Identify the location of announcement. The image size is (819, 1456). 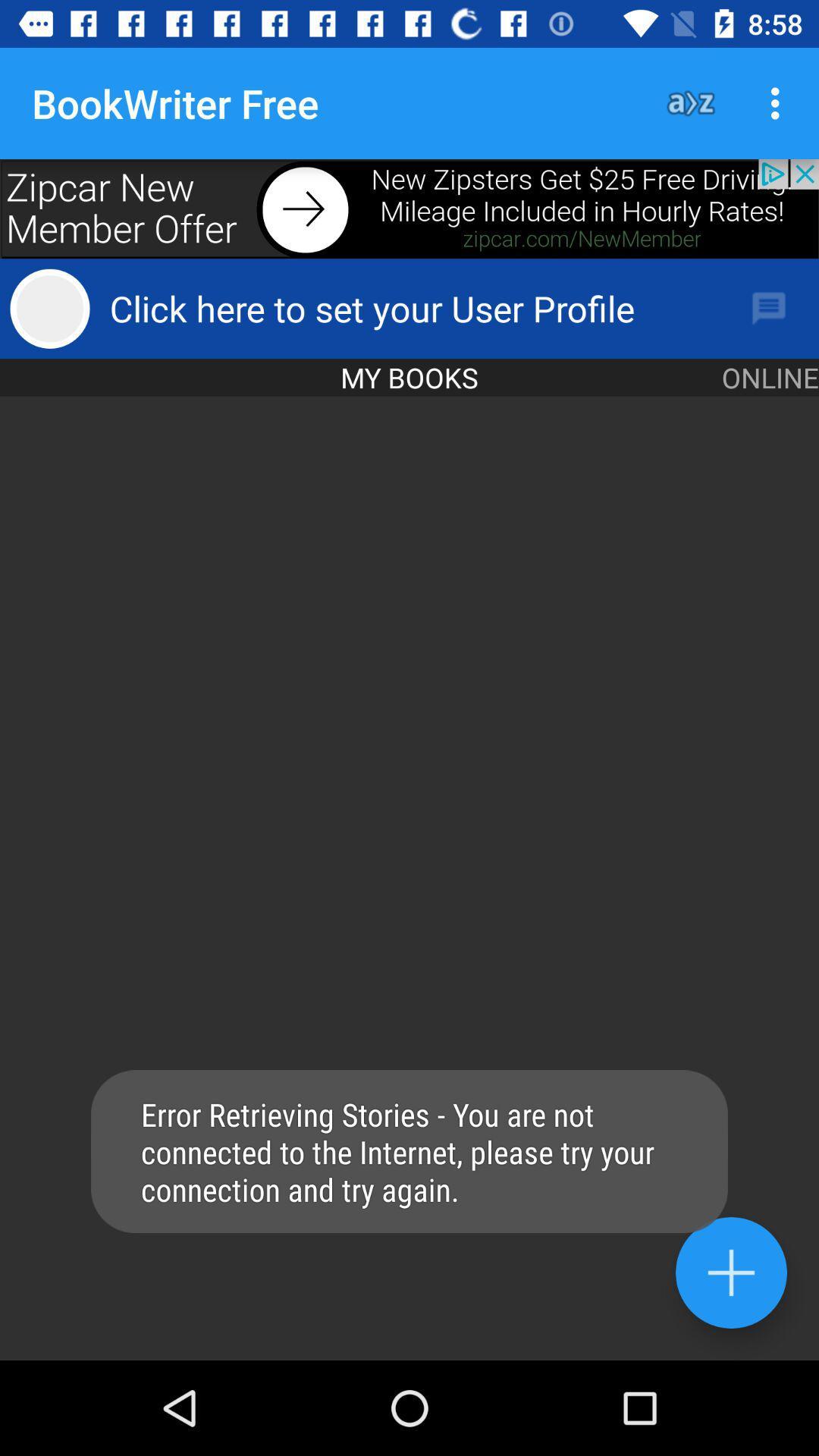
(409, 208).